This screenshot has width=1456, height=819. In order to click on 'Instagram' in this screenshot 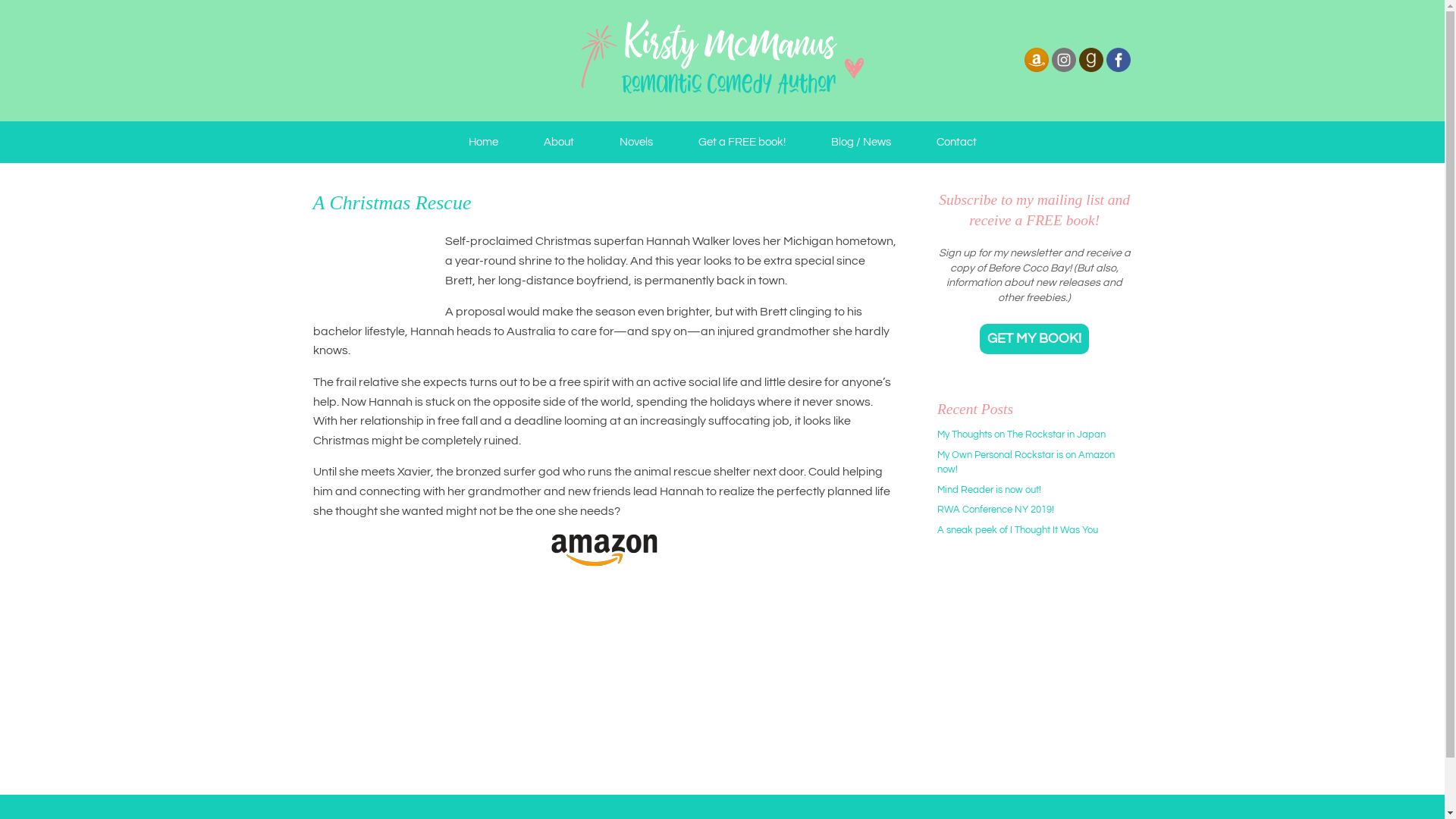, I will do `click(1062, 58)`.